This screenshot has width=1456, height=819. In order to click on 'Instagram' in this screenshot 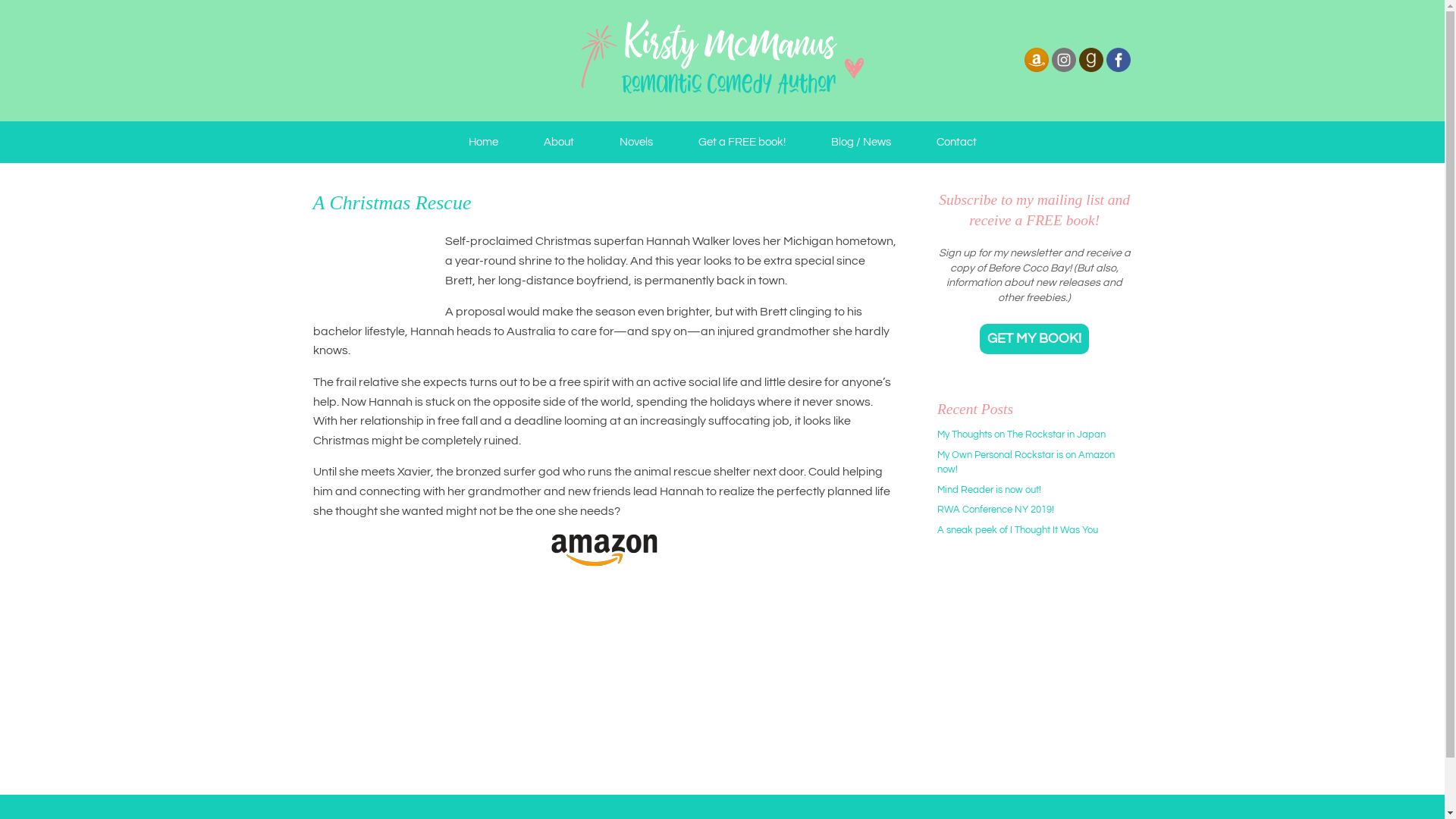, I will do `click(1062, 58)`.